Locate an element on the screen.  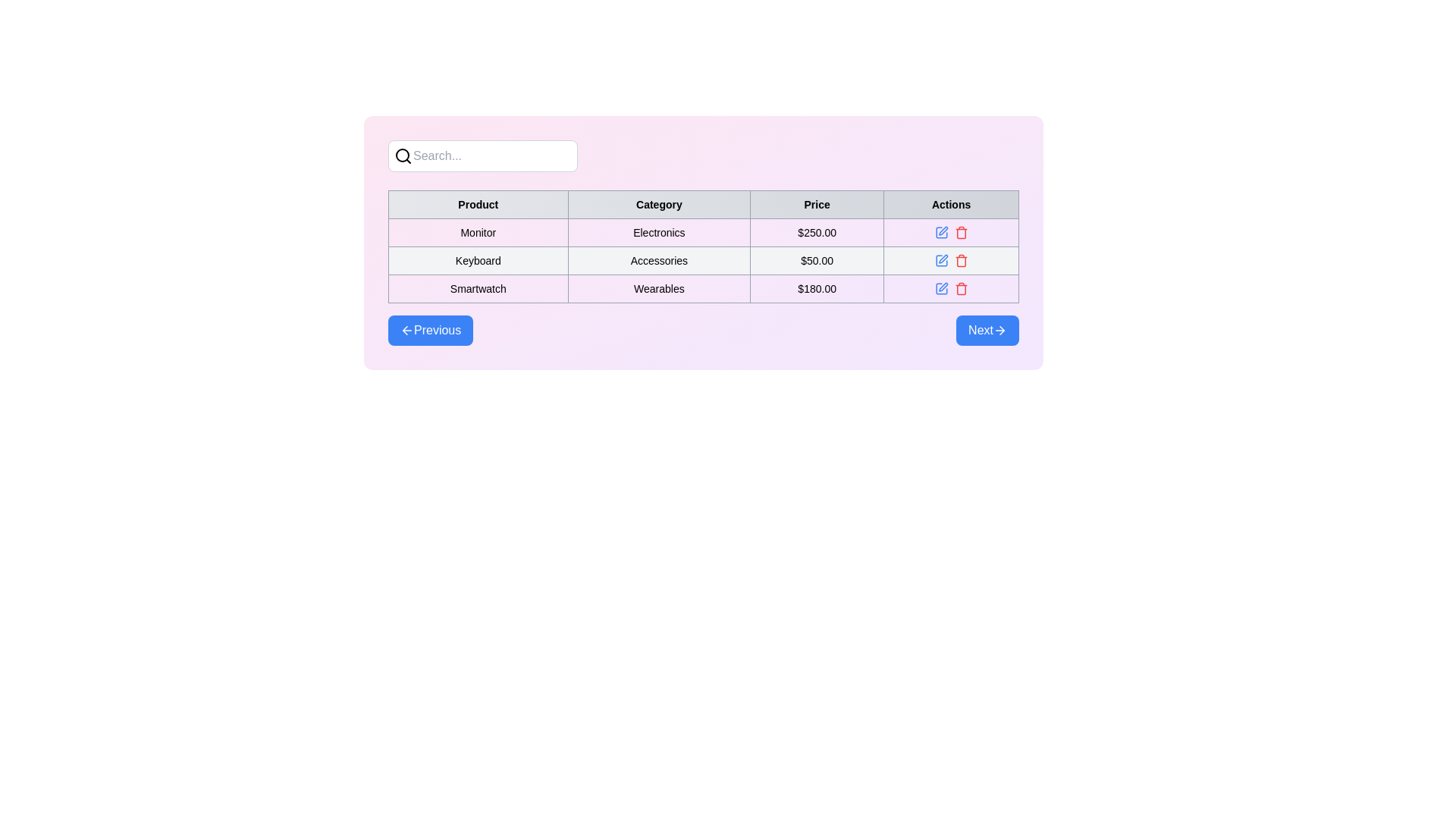
the Table Header Cell that serves as the header for the 'Product' column, located at the top-left corner of the table is located at coordinates (477, 205).